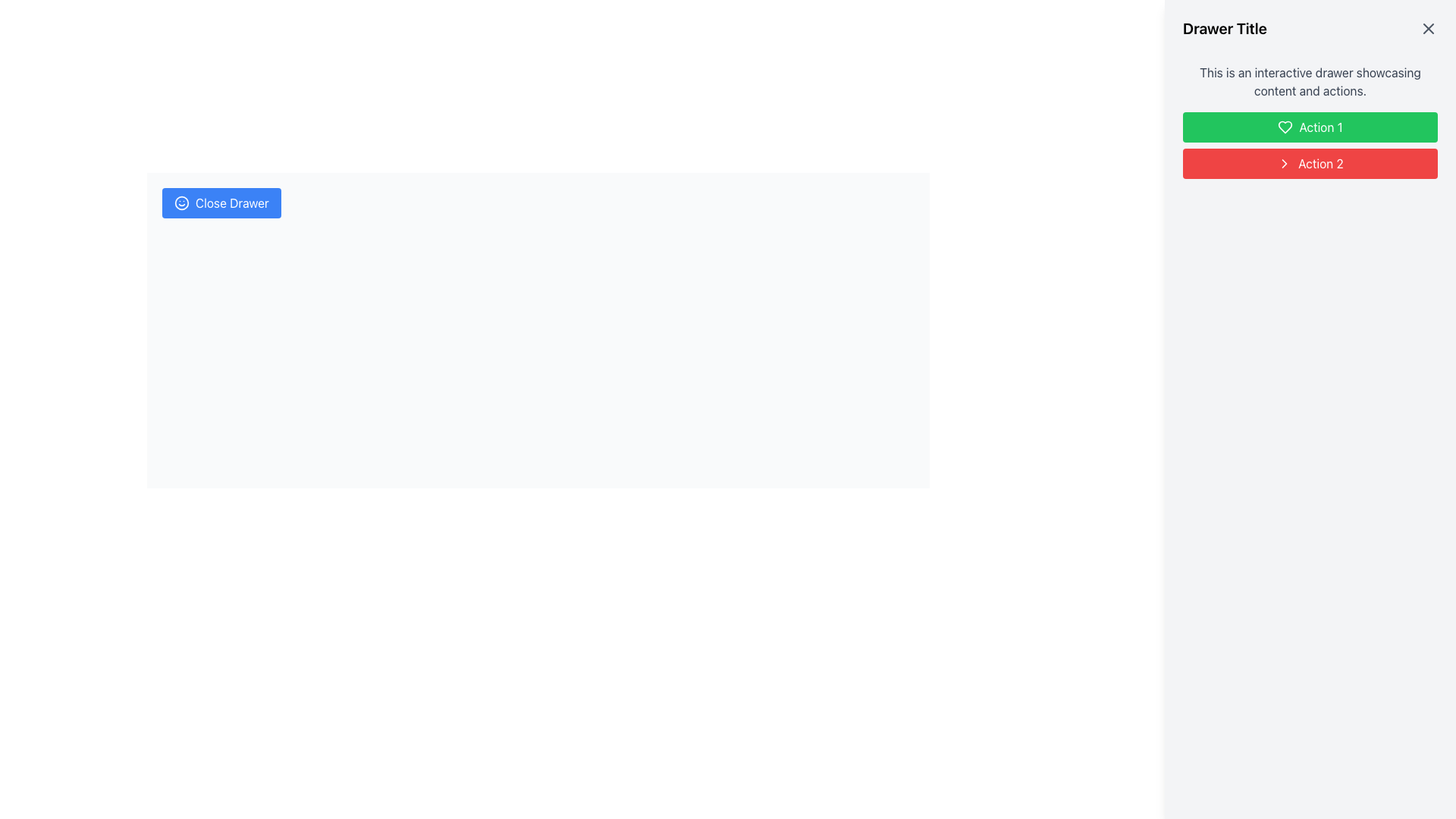  Describe the element at coordinates (1427, 29) in the screenshot. I see `the graphical icon component represented by an 'X' shape, which is the close button located in the top right corner of the vertical panel beside the title 'Drawer Title'` at that location.